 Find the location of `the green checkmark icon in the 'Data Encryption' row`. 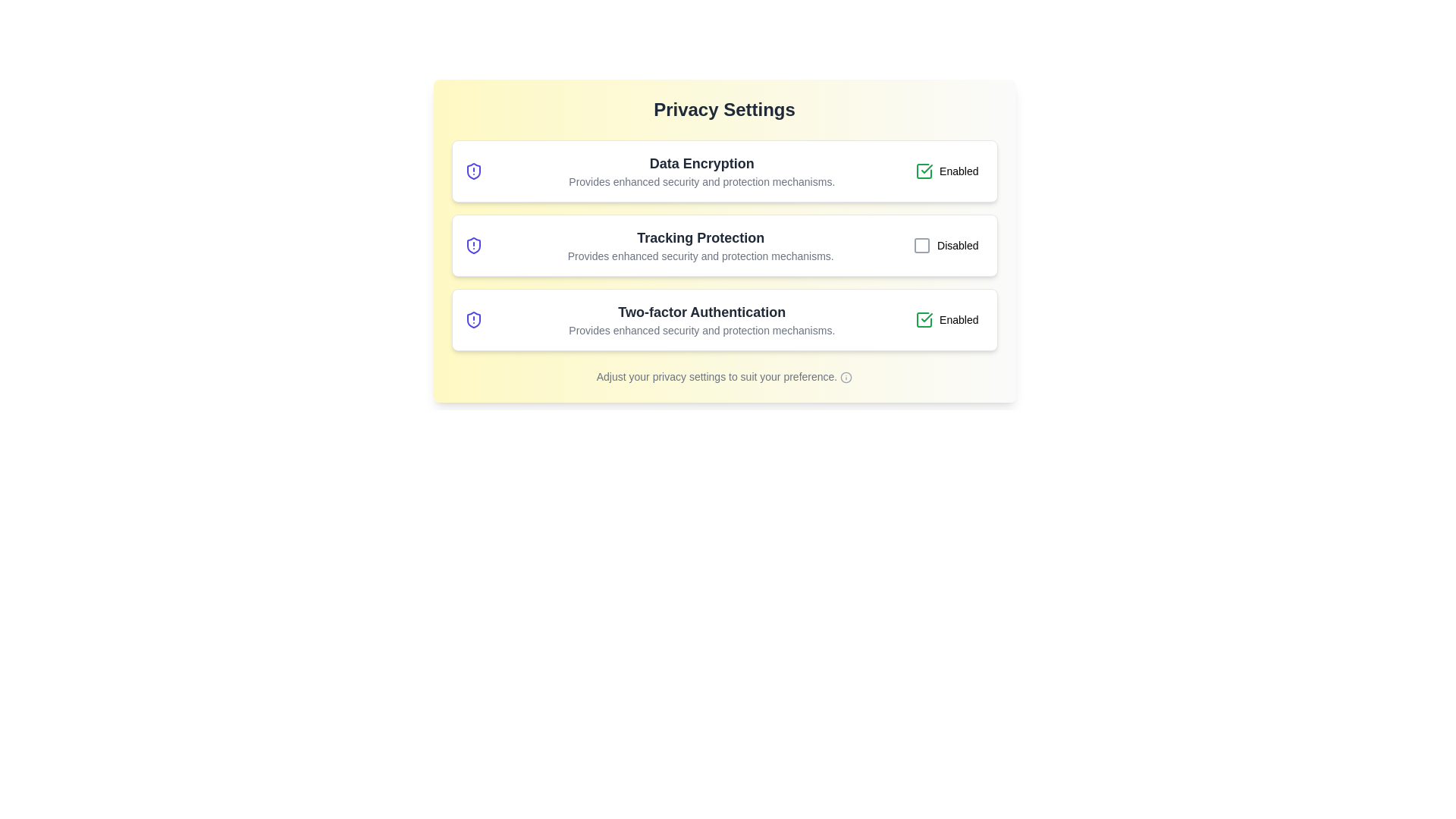

the green checkmark icon in the 'Data Encryption' row is located at coordinates (924, 171).